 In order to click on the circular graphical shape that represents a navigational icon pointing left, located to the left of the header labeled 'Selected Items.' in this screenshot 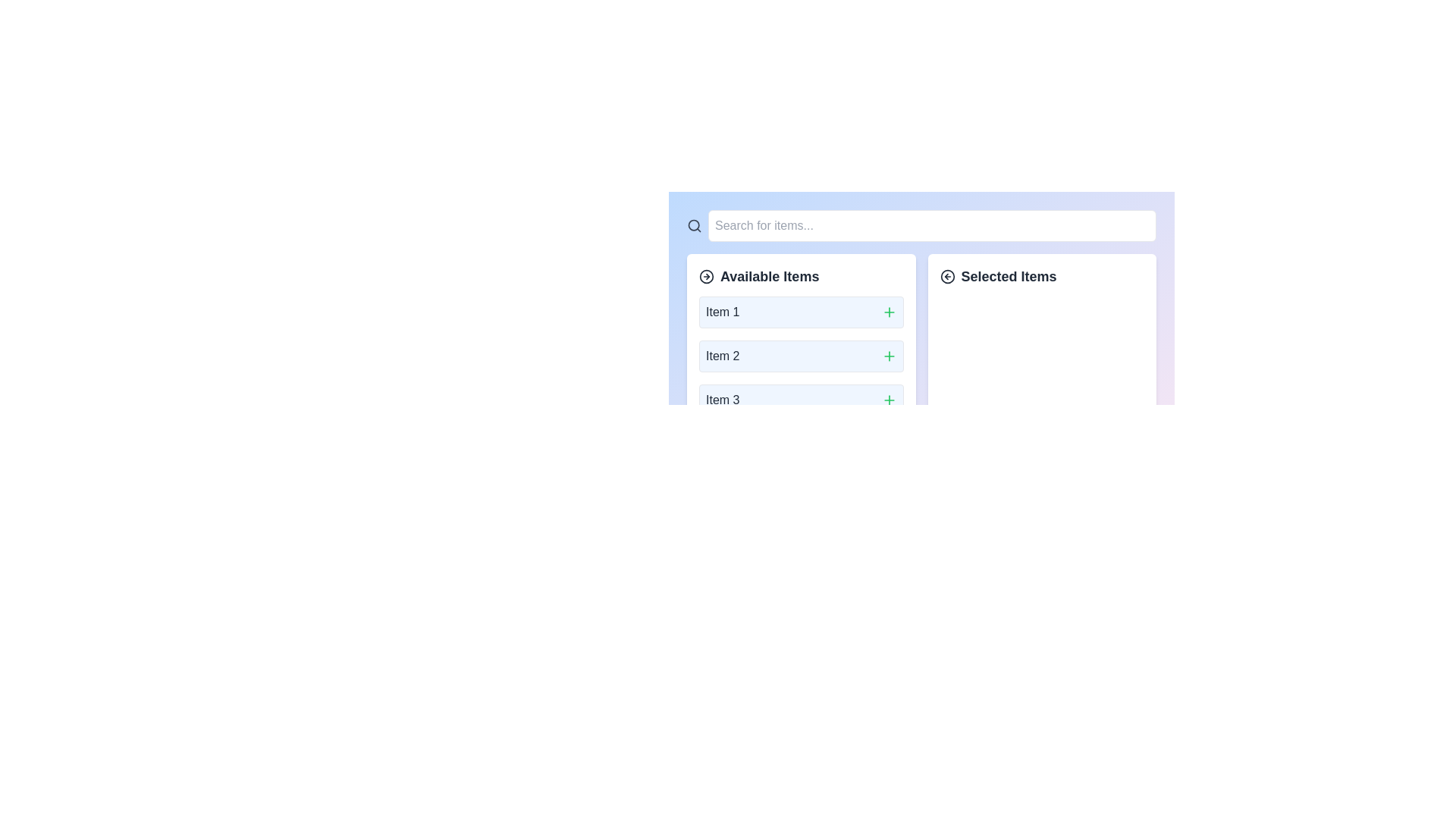, I will do `click(946, 277)`.